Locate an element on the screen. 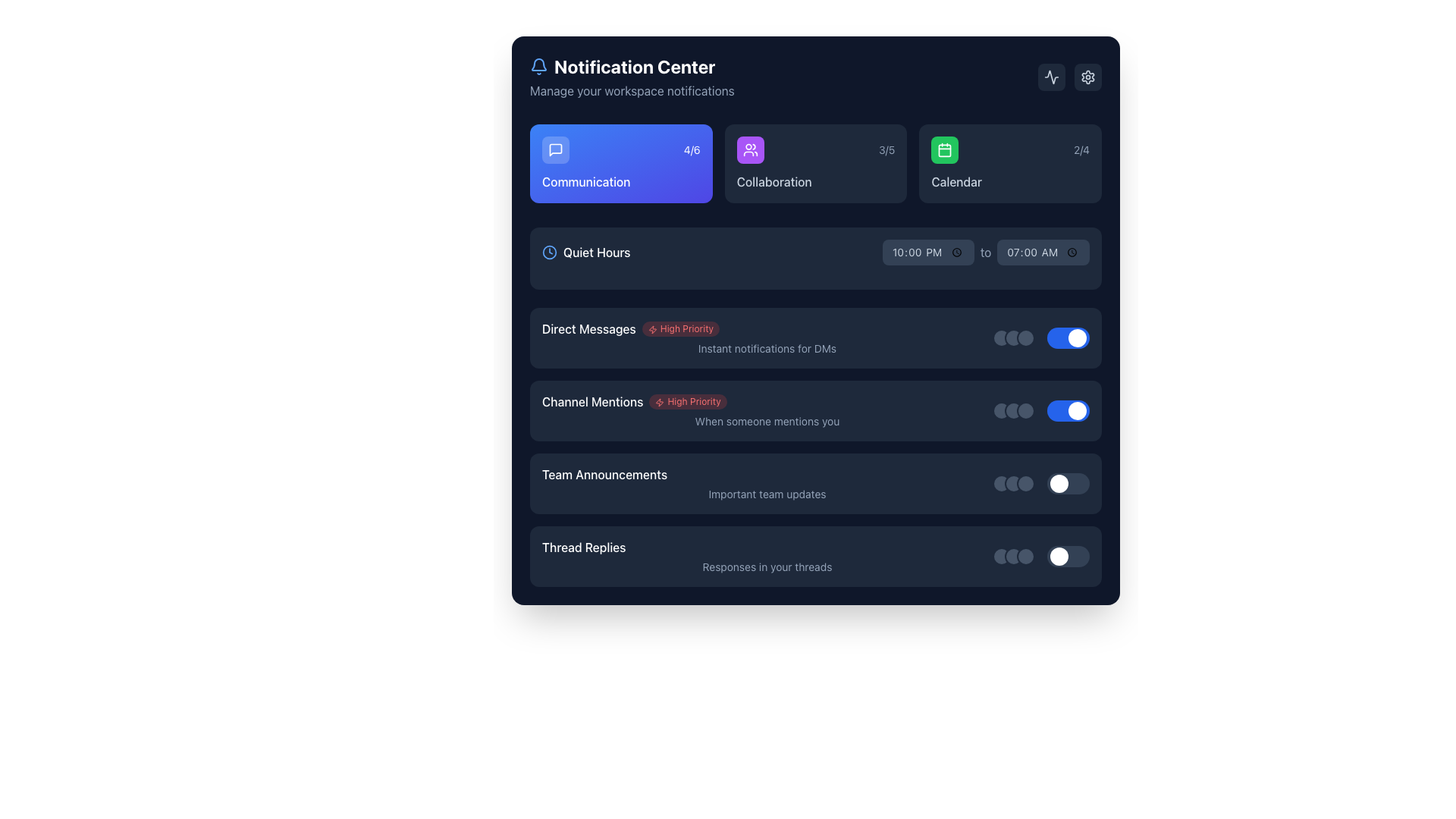 This screenshot has width=1456, height=819. the 'Thread Replies' static text label, which is styled with a white font and located at the bottom of the notification preferences list is located at coordinates (583, 547).